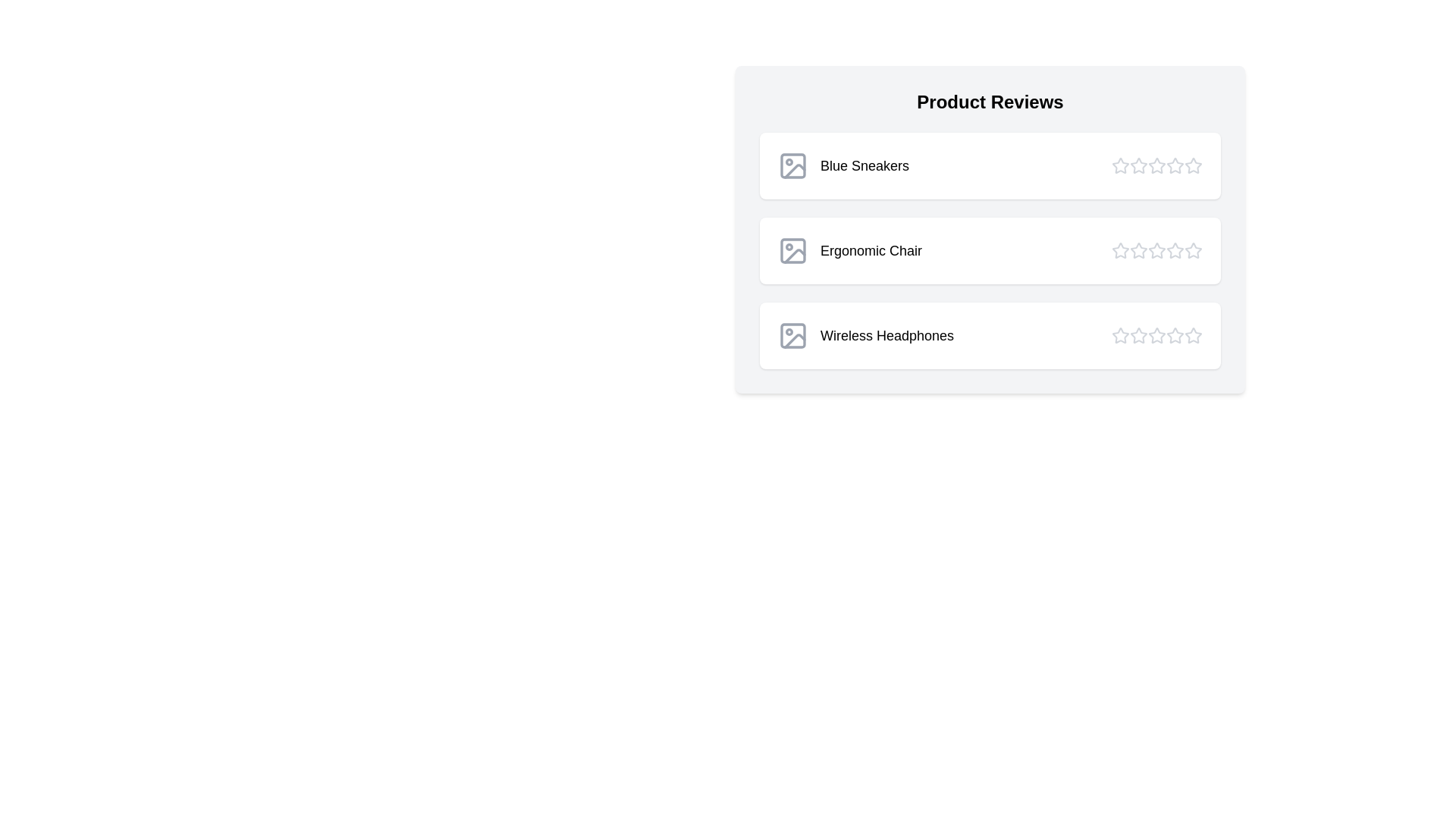  What do you see at coordinates (1121, 166) in the screenshot?
I see `the star corresponding to 1 stars for the product Blue Sneakers` at bounding box center [1121, 166].